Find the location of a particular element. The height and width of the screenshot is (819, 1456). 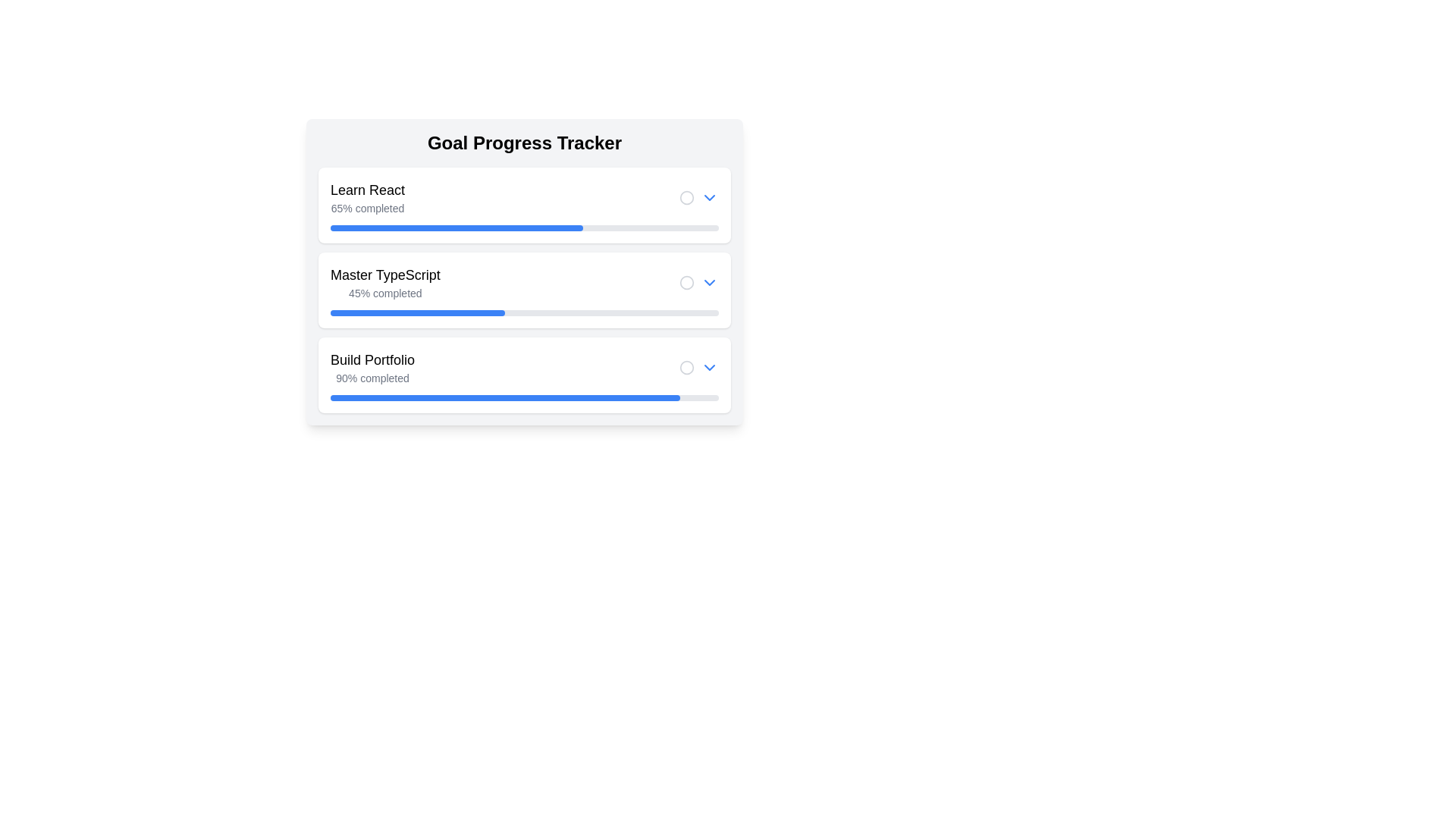

hollow circular icon with a gray stroke located to the left in the 'Build Portfolio' task tracker interface is located at coordinates (686, 368).